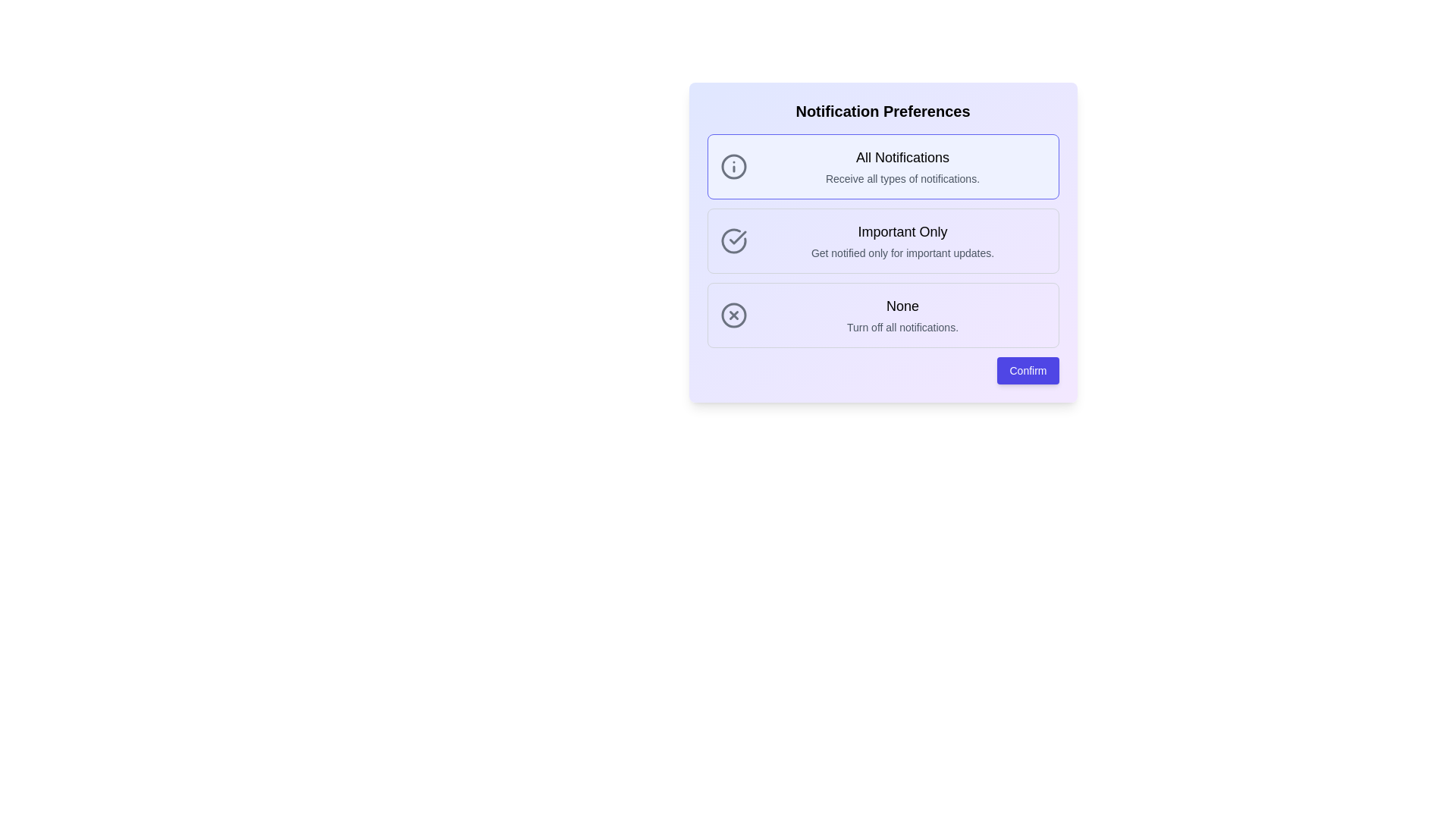 Image resolution: width=1456 pixels, height=819 pixels. What do you see at coordinates (902, 177) in the screenshot?
I see `the descriptive text label located below the 'All Notifications' title in the 'Notification Preferences' panel` at bounding box center [902, 177].